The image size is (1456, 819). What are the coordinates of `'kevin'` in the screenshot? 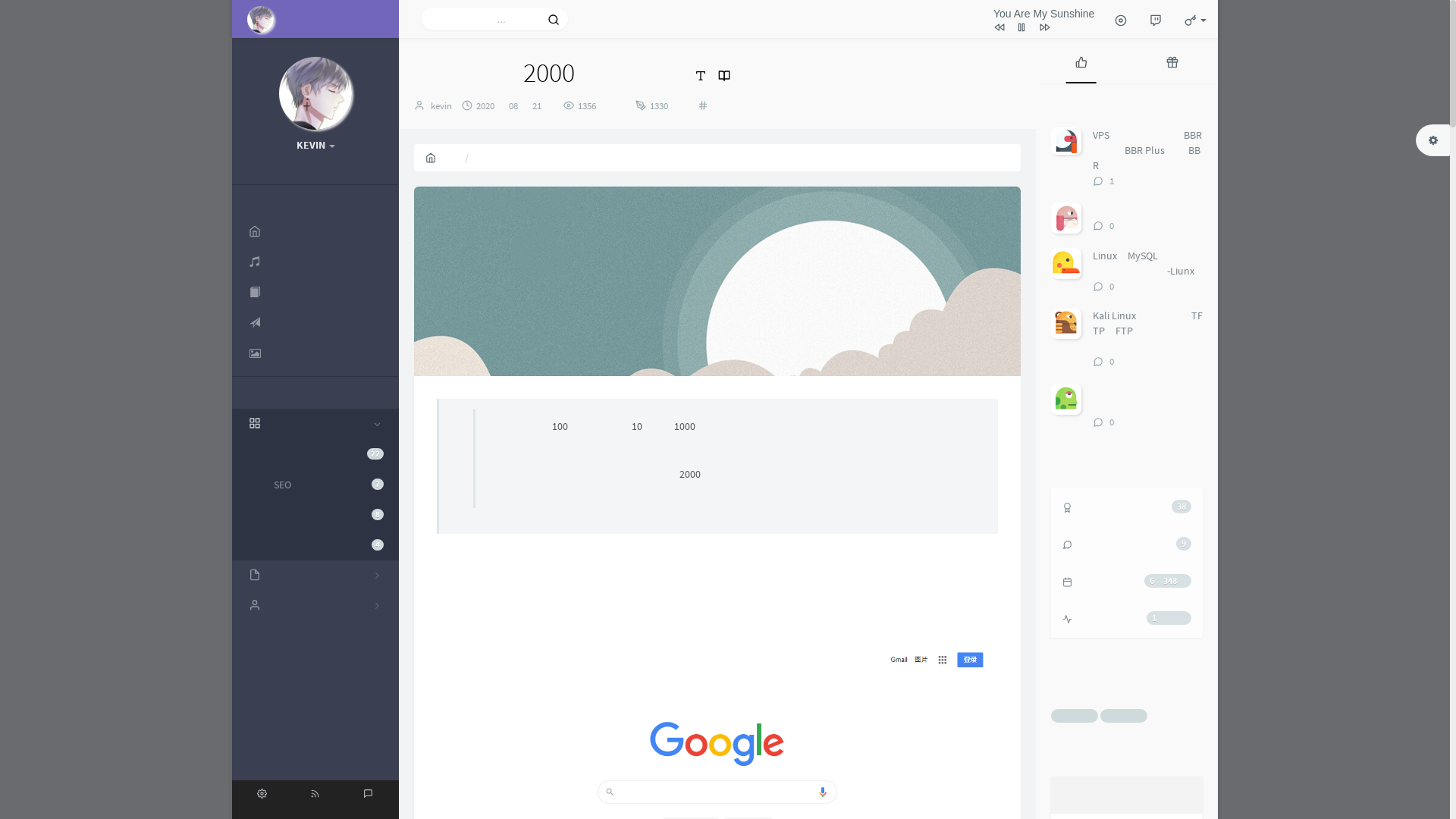 It's located at (440, 105).